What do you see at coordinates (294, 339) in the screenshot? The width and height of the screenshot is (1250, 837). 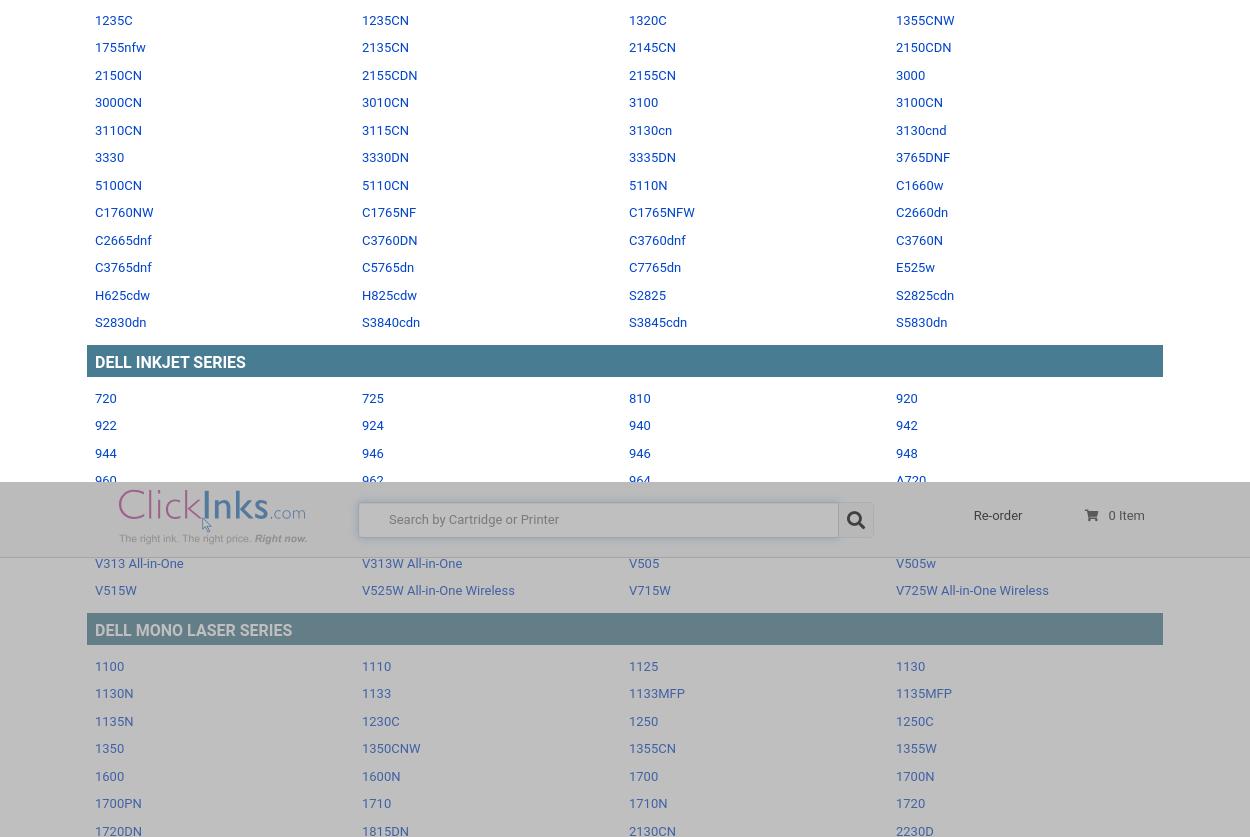 I see `'Dell Remanufactured Ink and Toner Cartridges'` at bounding box center [294, 339].